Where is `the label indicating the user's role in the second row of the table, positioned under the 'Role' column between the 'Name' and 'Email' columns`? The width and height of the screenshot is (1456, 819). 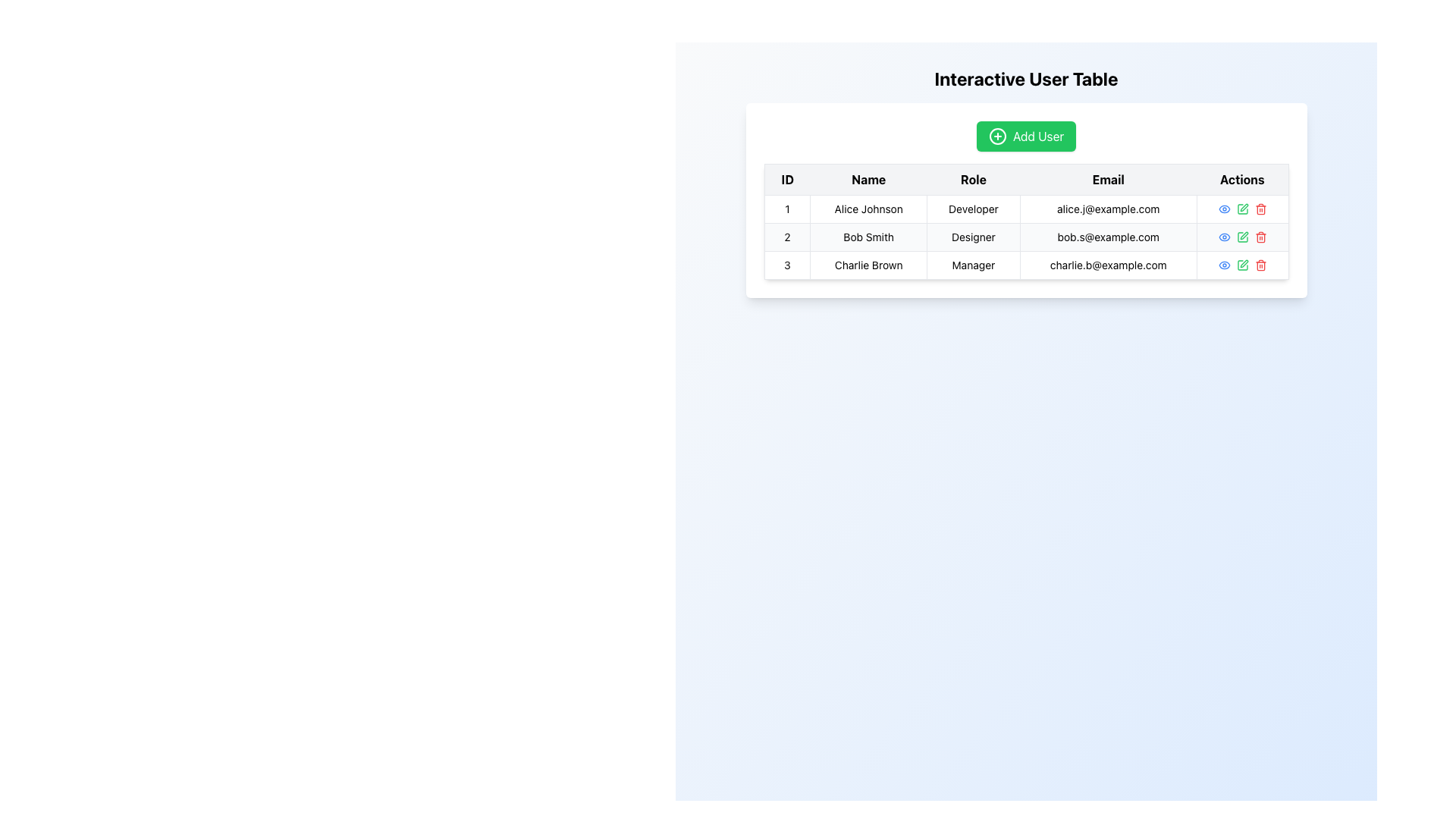 the label indicating the user's role in the second row of the table, positioned under the 'Role' column between the 'Name' and 'Email' columns is located at coordinates (973, 237).